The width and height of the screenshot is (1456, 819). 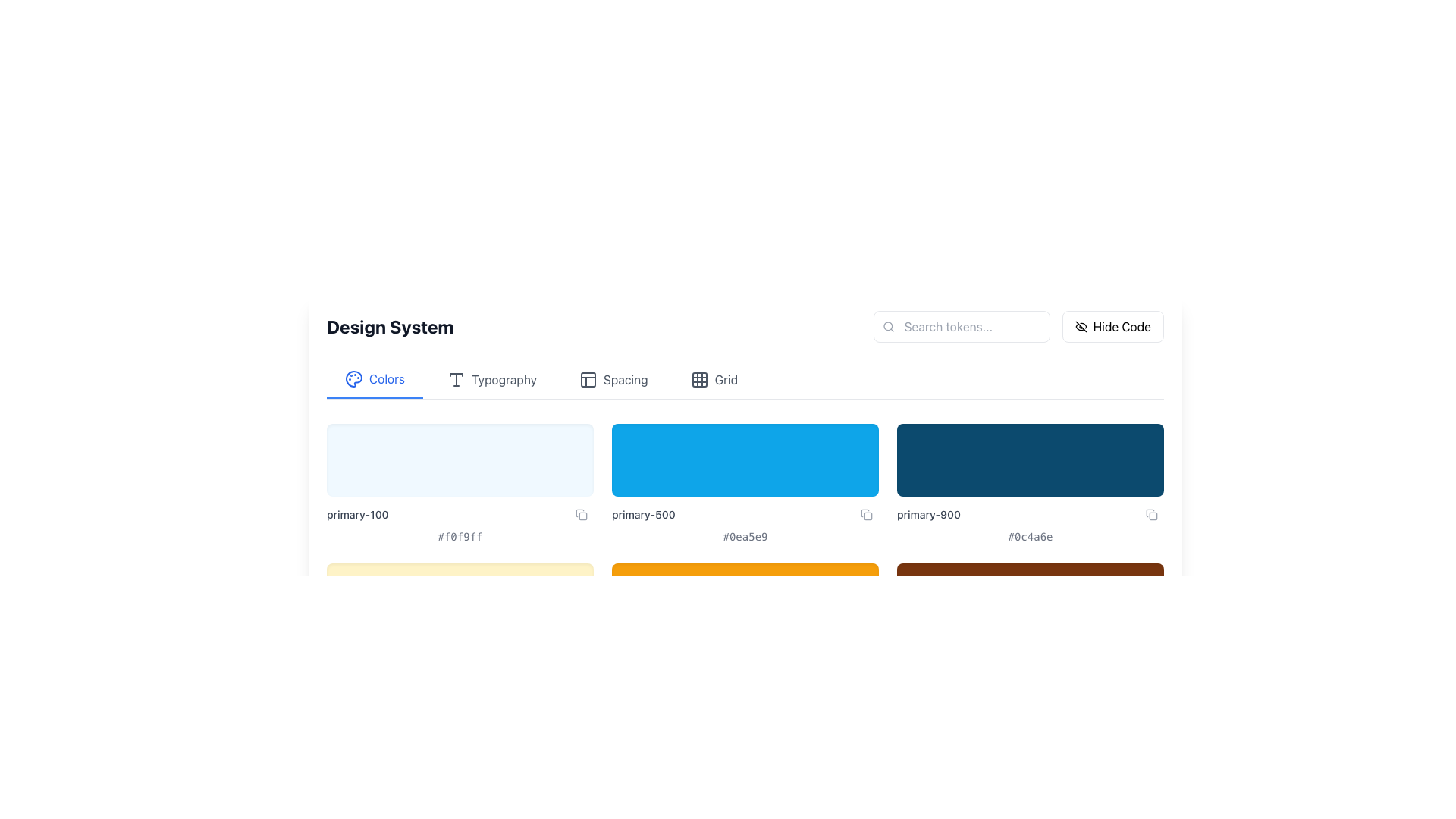 What do you see at coordinates (713, 379) in the screenshot?
I see `the 'Grid' tab in the navigation interface` at bounding box center [713, 379].